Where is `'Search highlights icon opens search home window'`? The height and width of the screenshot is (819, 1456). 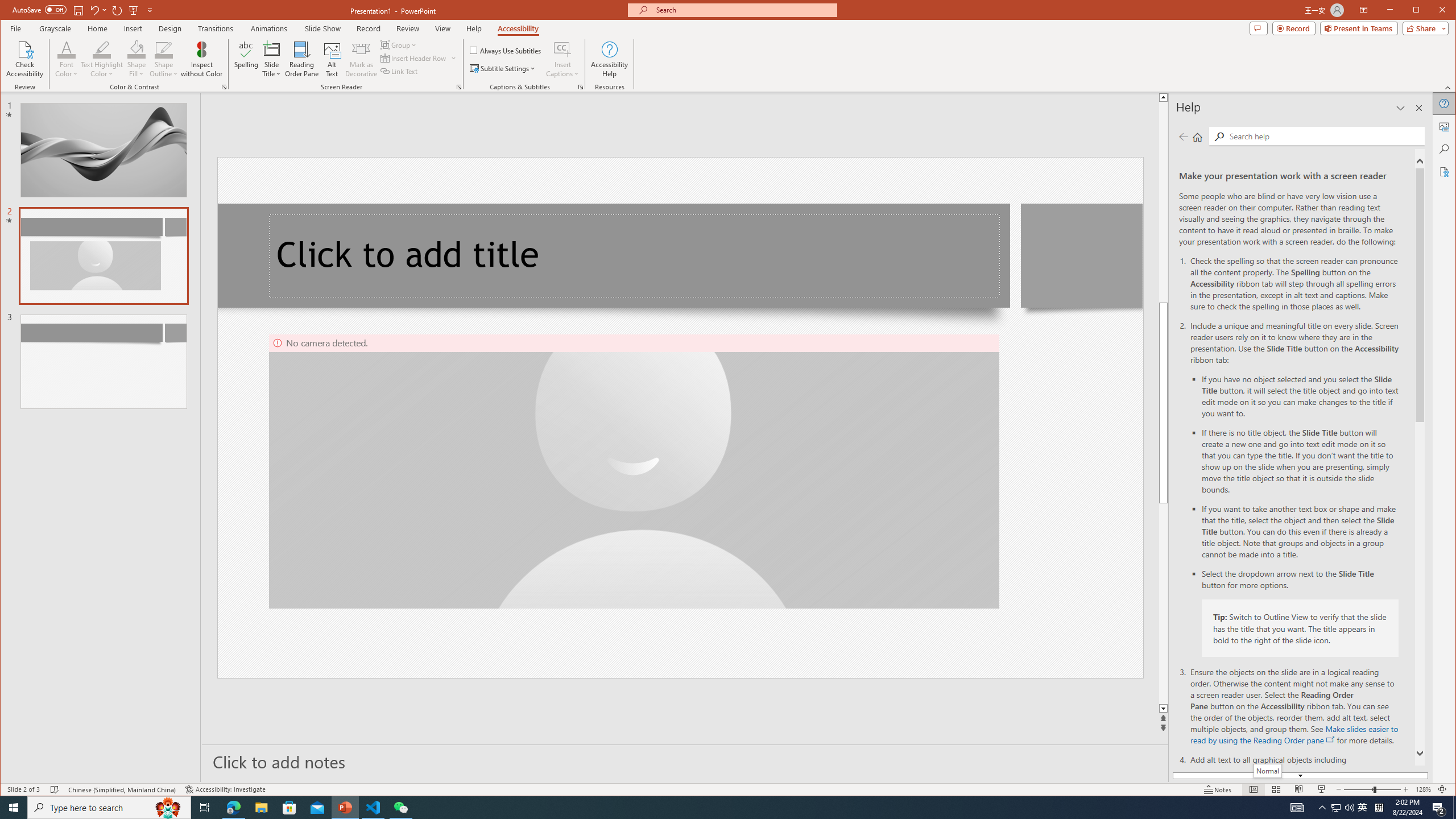 'Search highlights icon opens search home window' is located at coordinates (167, 806).